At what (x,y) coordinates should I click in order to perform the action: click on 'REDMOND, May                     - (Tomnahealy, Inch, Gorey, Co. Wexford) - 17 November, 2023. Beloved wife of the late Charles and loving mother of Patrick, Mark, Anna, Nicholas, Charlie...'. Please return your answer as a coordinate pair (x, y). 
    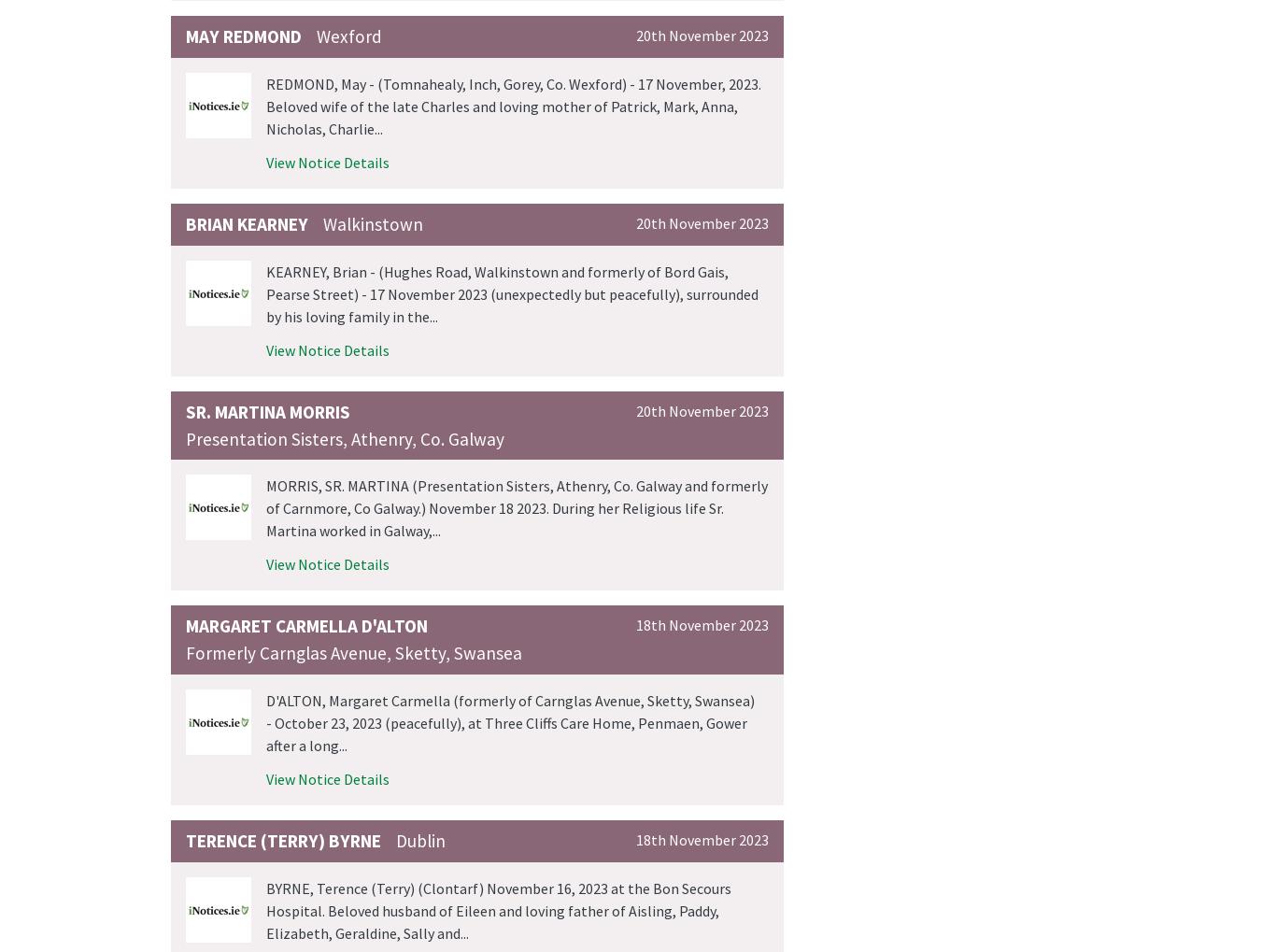
    Looking at the image, I should click on (513, 106).